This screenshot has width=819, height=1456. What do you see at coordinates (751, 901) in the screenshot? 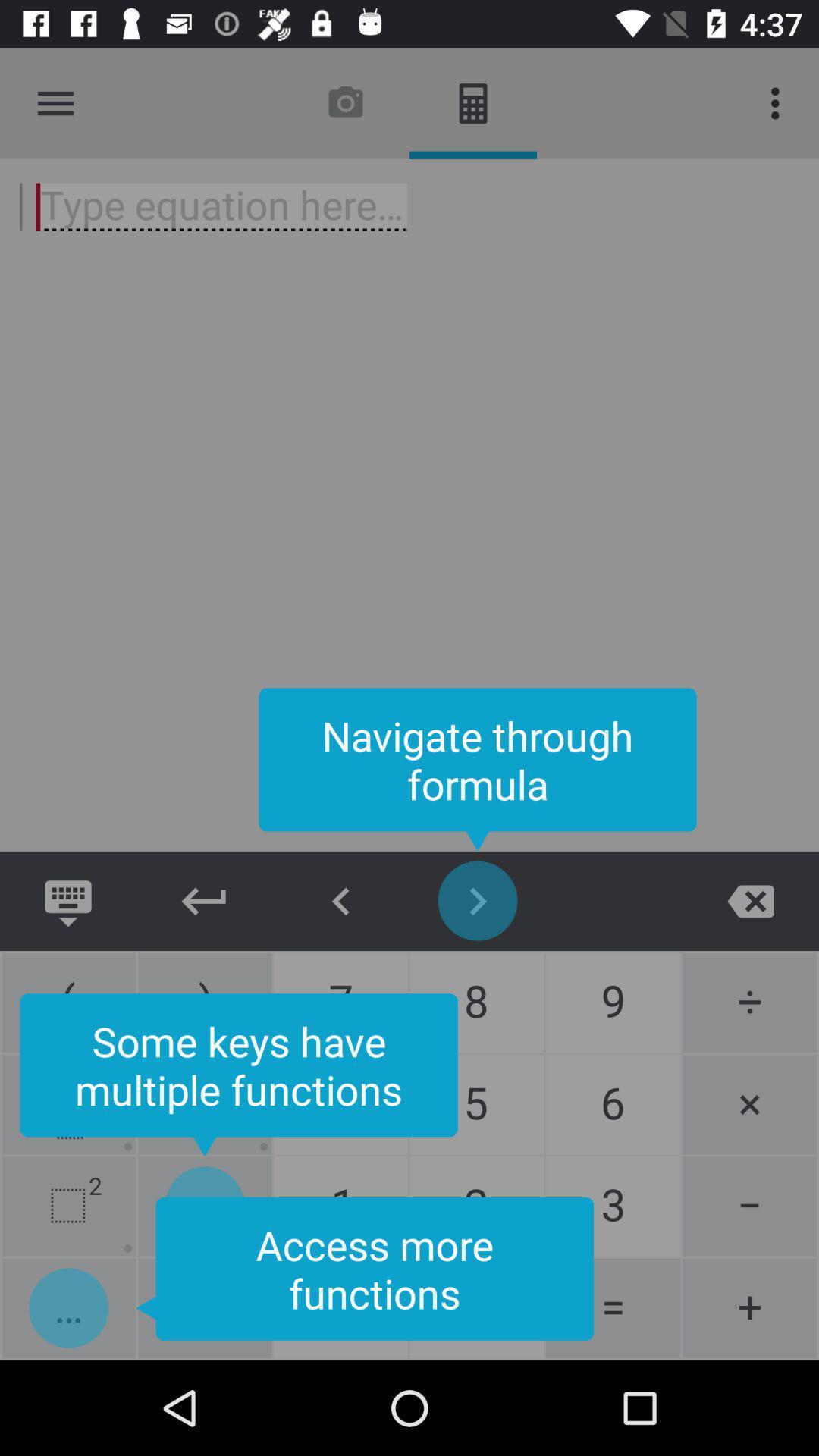
I see `the close icon` at bounding box center [751, 901].